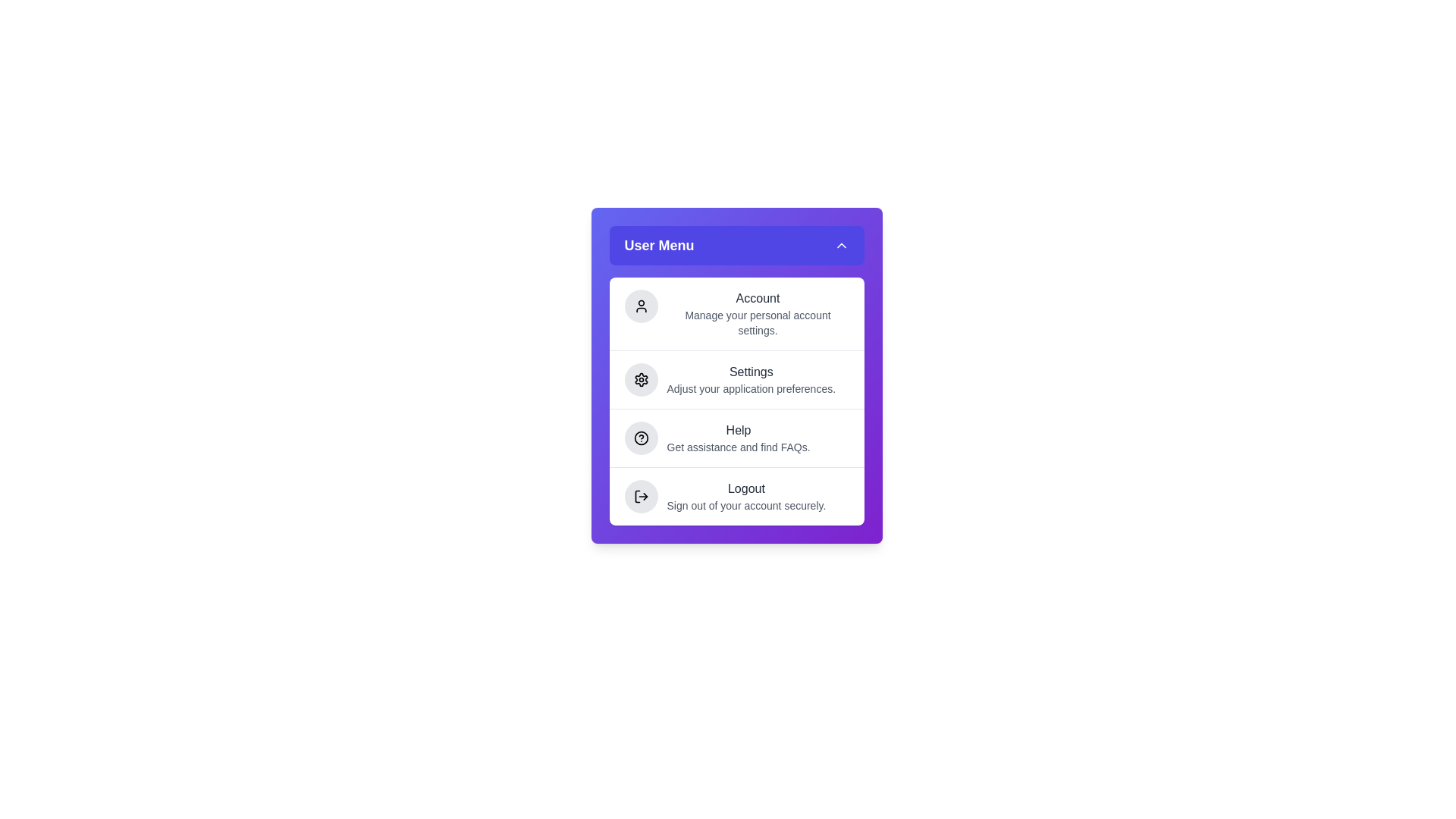 The image size is (1456, 819). I want to click on the menu item Logout from the menu, so click(736, 496).